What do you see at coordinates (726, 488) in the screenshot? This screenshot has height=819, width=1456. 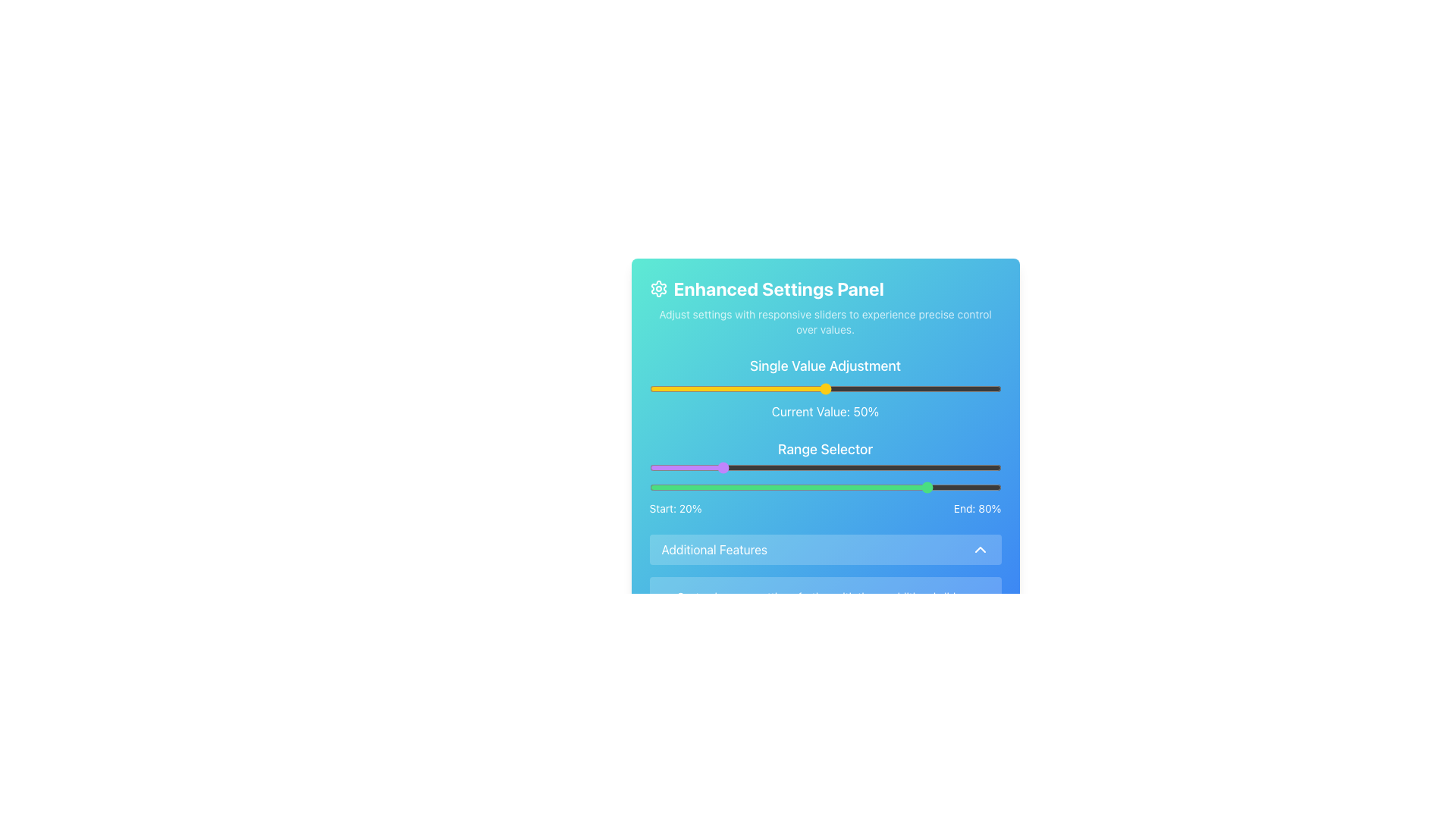 I see `the slider` at bounding box center [726, 488].